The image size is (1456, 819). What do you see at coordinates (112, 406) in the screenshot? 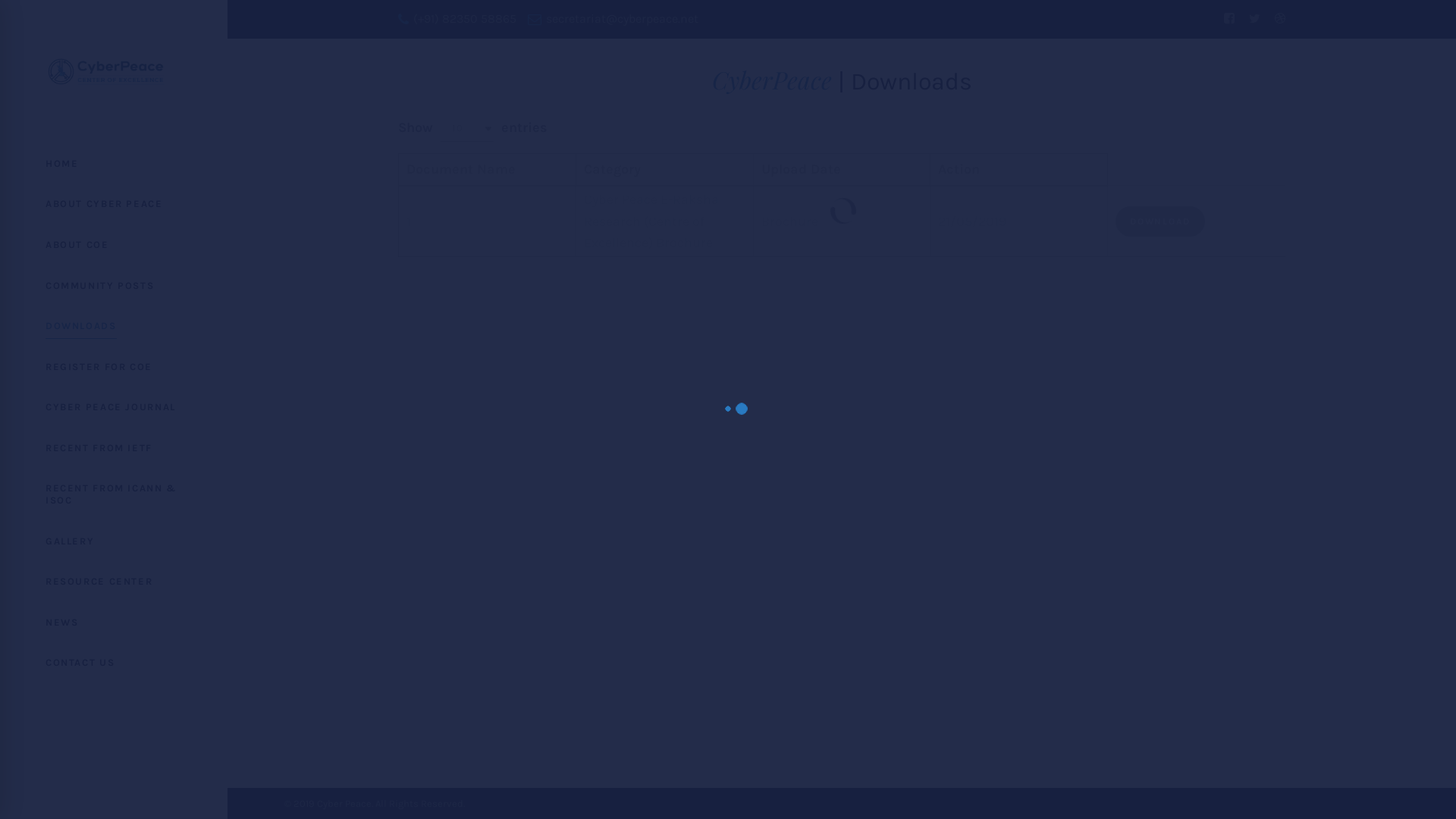
I see `'CYBER PEACE JOURNAL'` at bounding box center [112, 406].